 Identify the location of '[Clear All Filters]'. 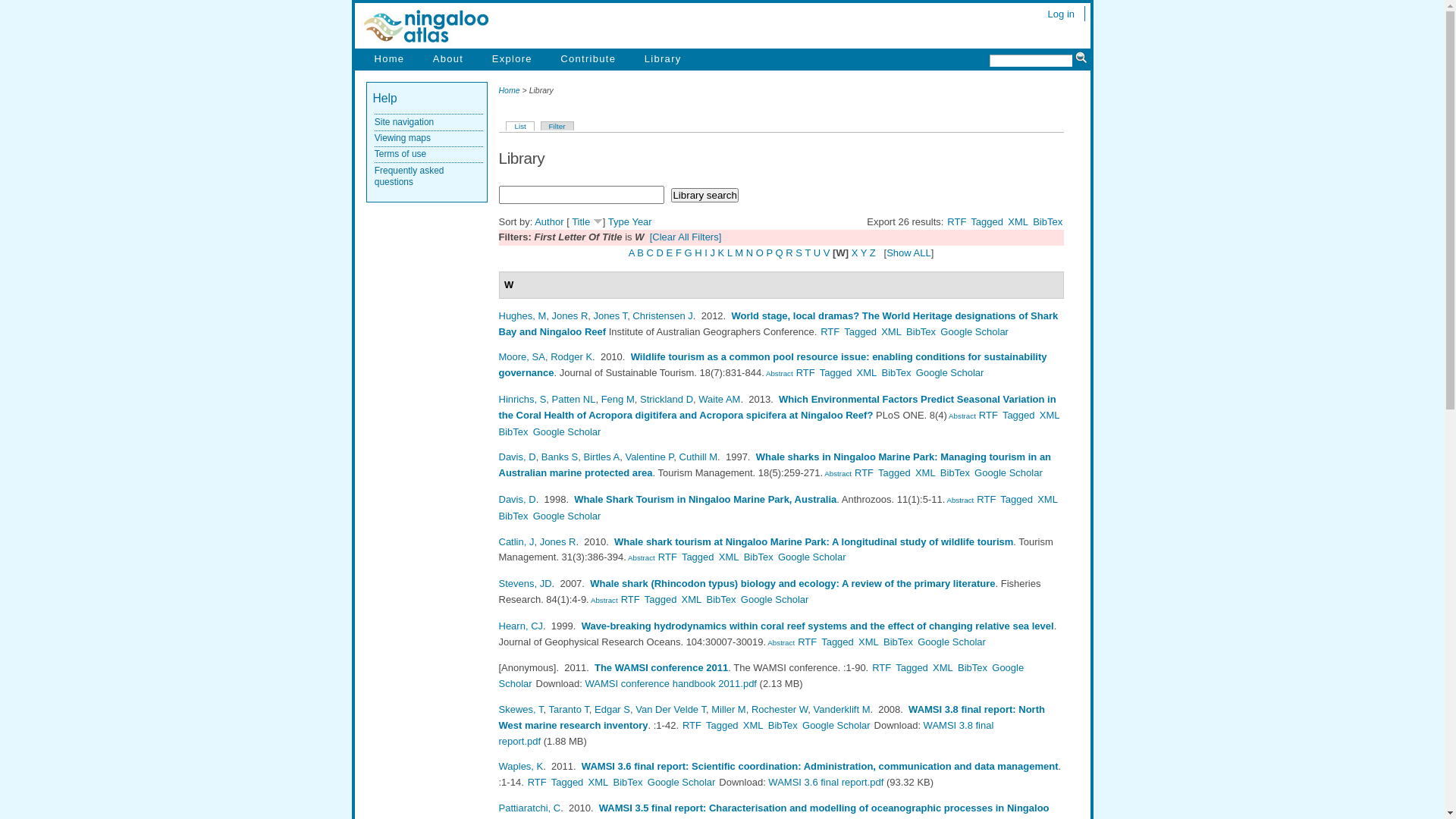
(685, 237).